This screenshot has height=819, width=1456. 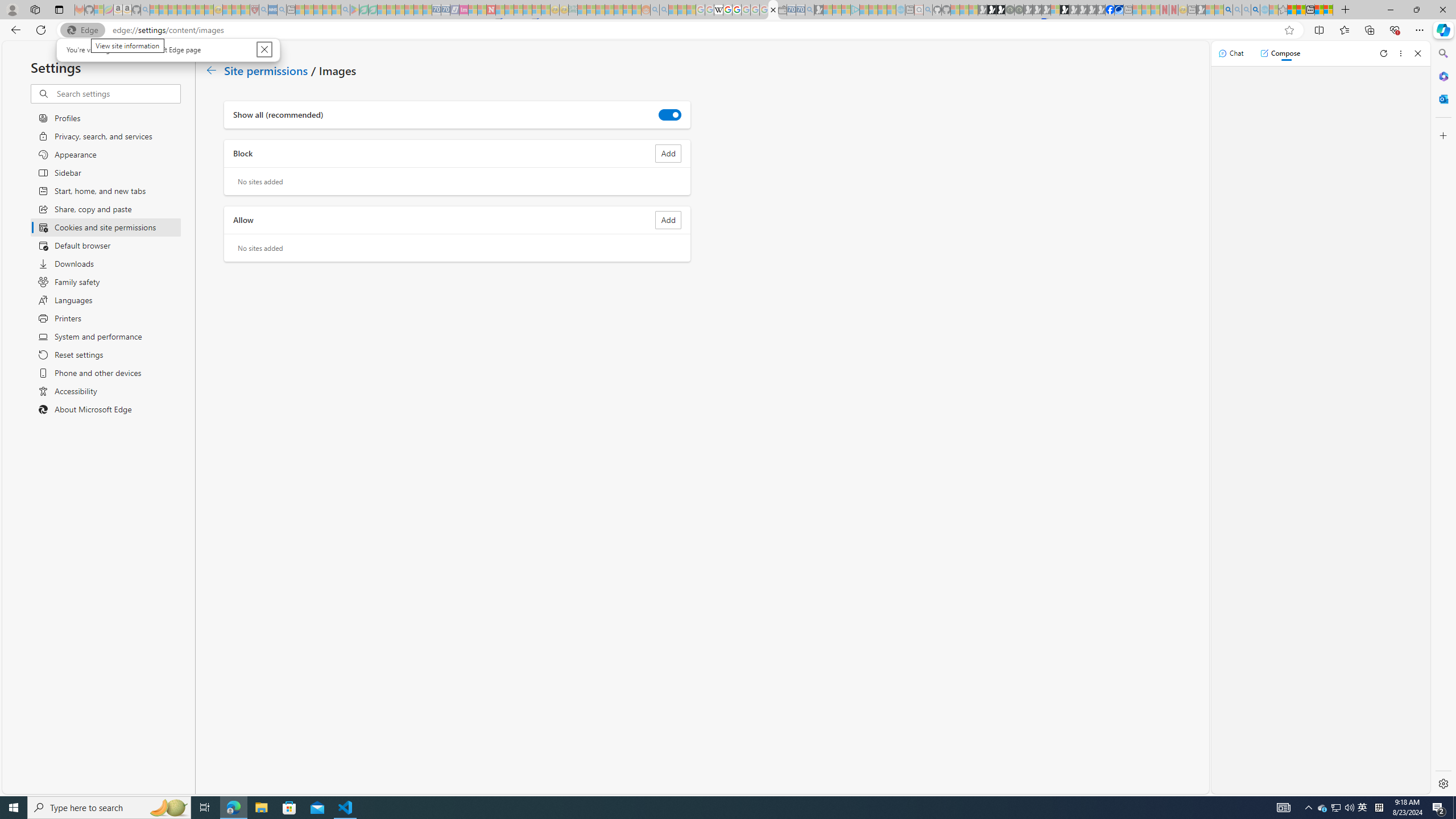 What do you see at coordinates (1300, 9) in the screenshot?
I see `'Aberdeen, Hong Kong SAR weather forecast | Microsoft Weather'` at bounding box center [1300, 9].